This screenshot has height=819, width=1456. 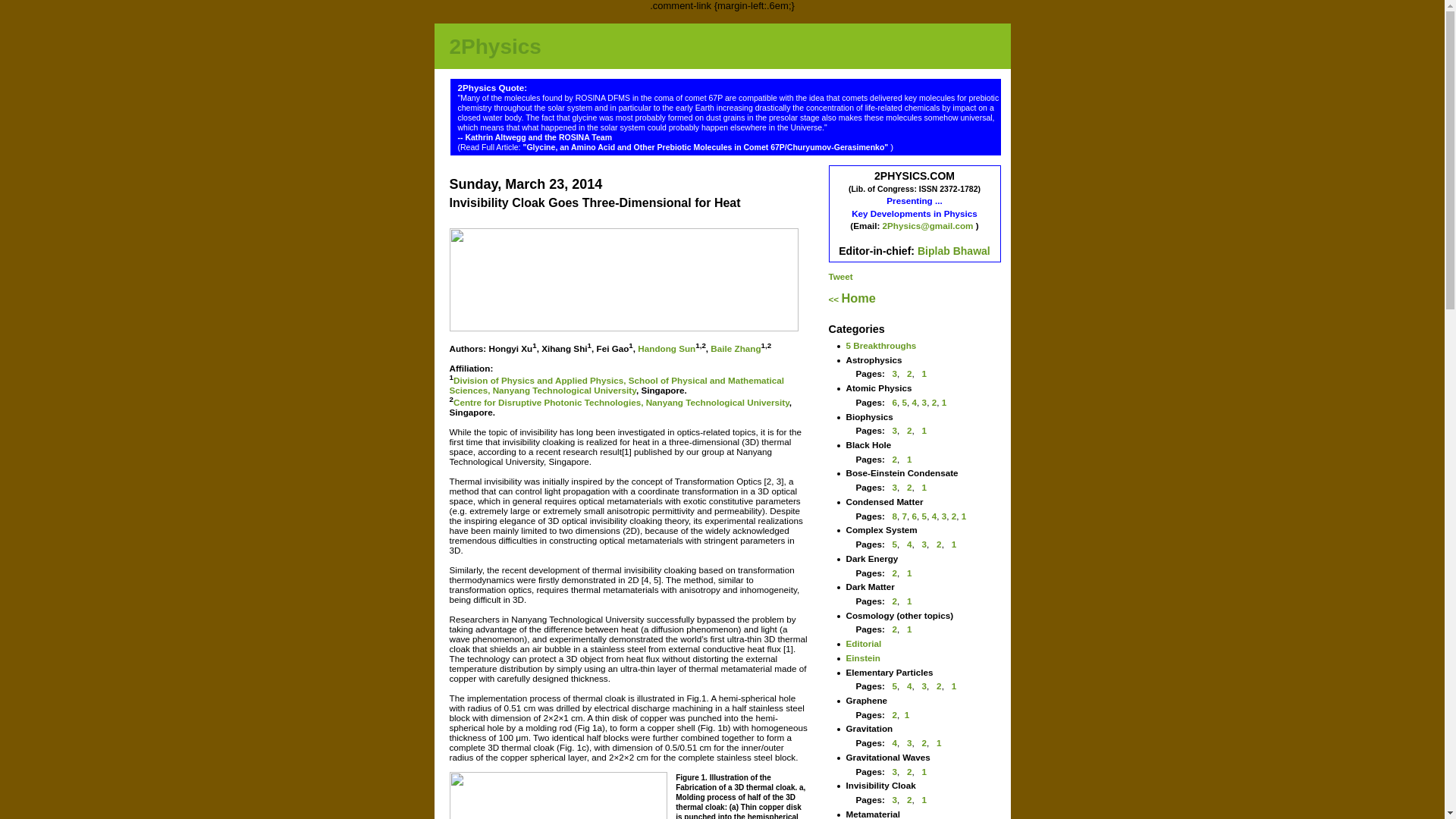 What do you see at coordinates (934, 401) in the screenshot?
I see `'2'` at bounding box center [934, 401].